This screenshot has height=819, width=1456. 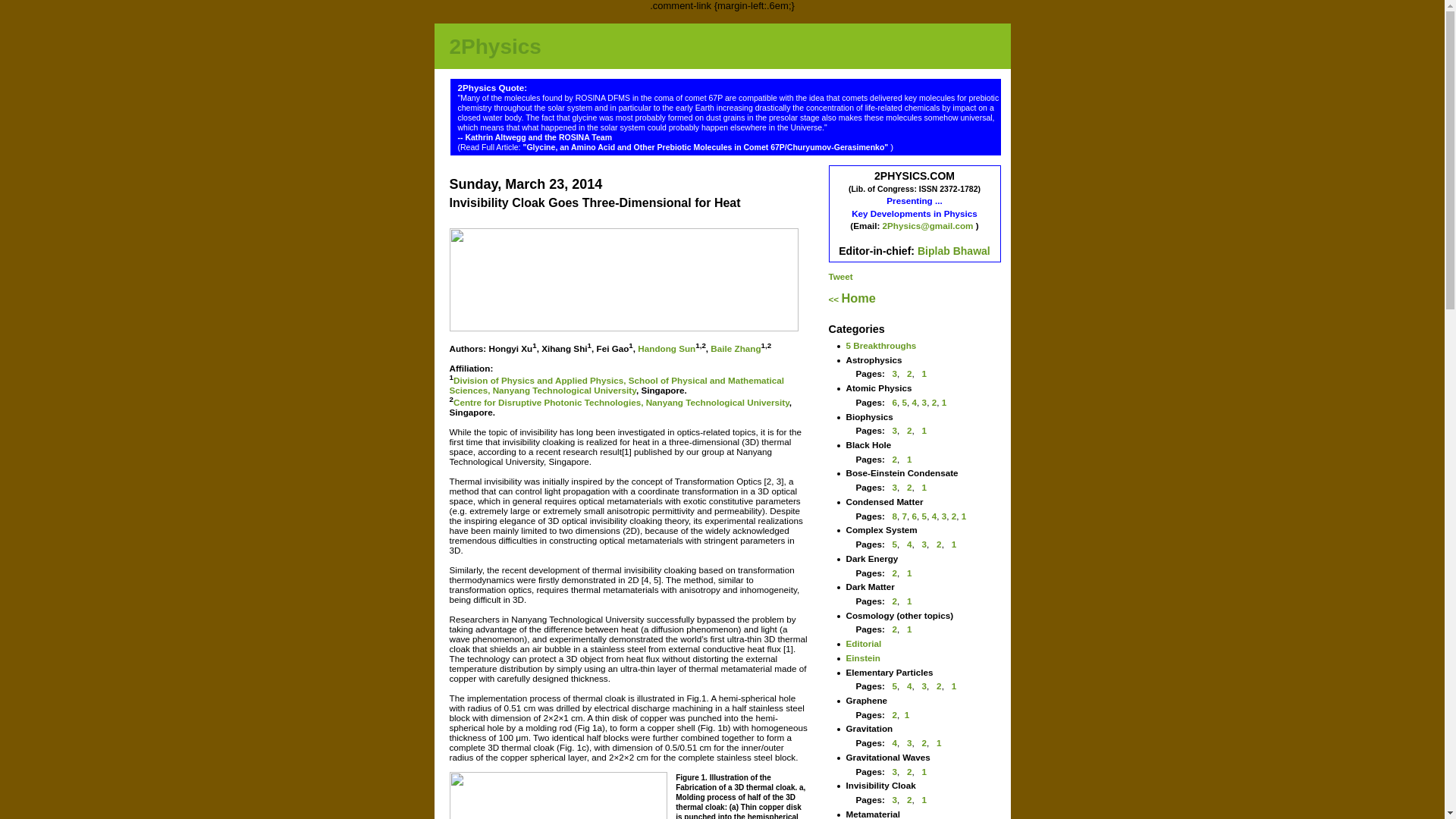 What do you see at coordinates (934, 401) in the screenshot?
I see `'2'` at bounding box center [934, 401].